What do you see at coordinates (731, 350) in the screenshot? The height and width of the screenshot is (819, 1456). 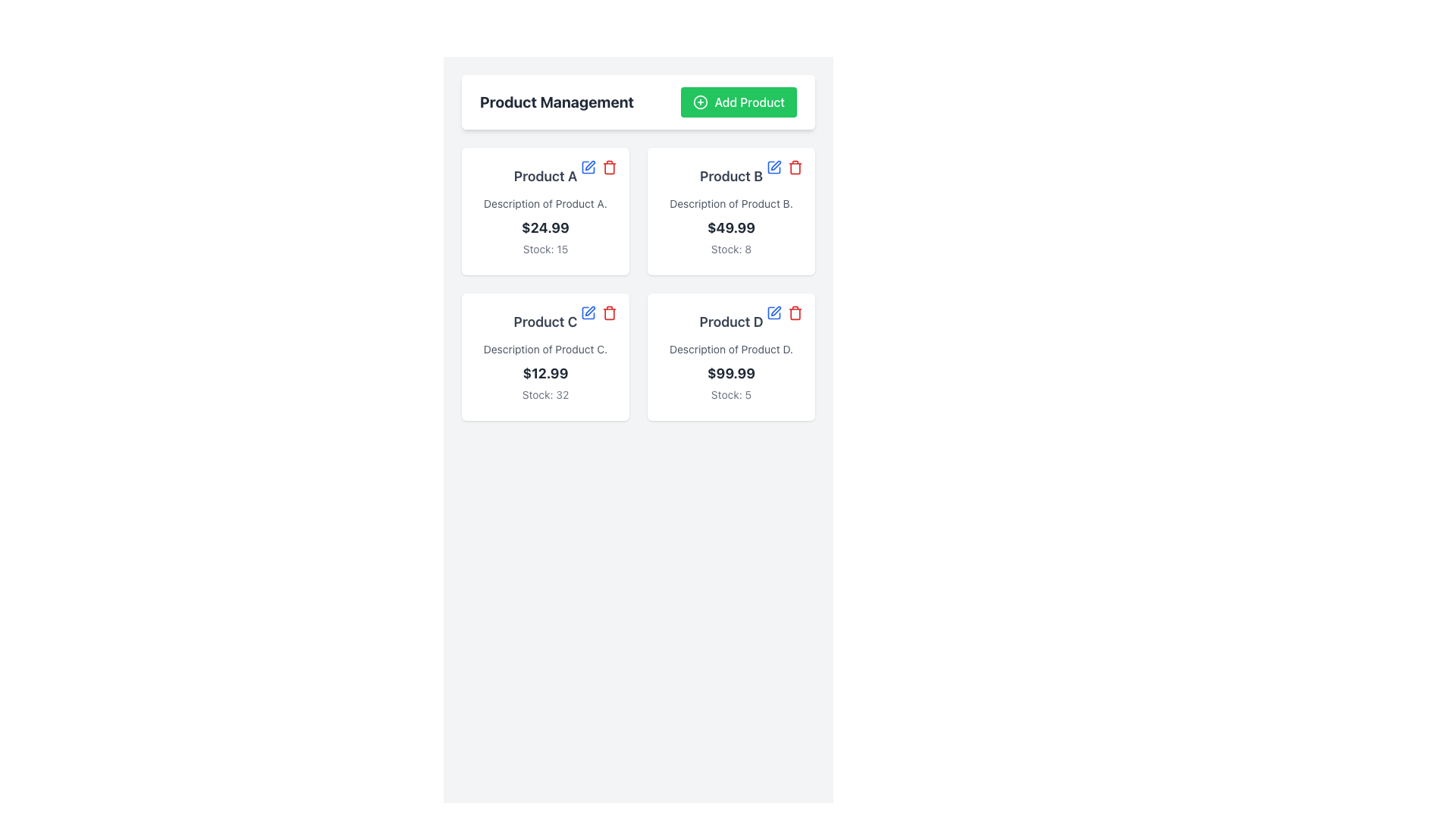 I see `the descriptive text label for Product D, which is positioned below the title 'Product D' and above the price '$99.99'` at bounding box center [731, 350].